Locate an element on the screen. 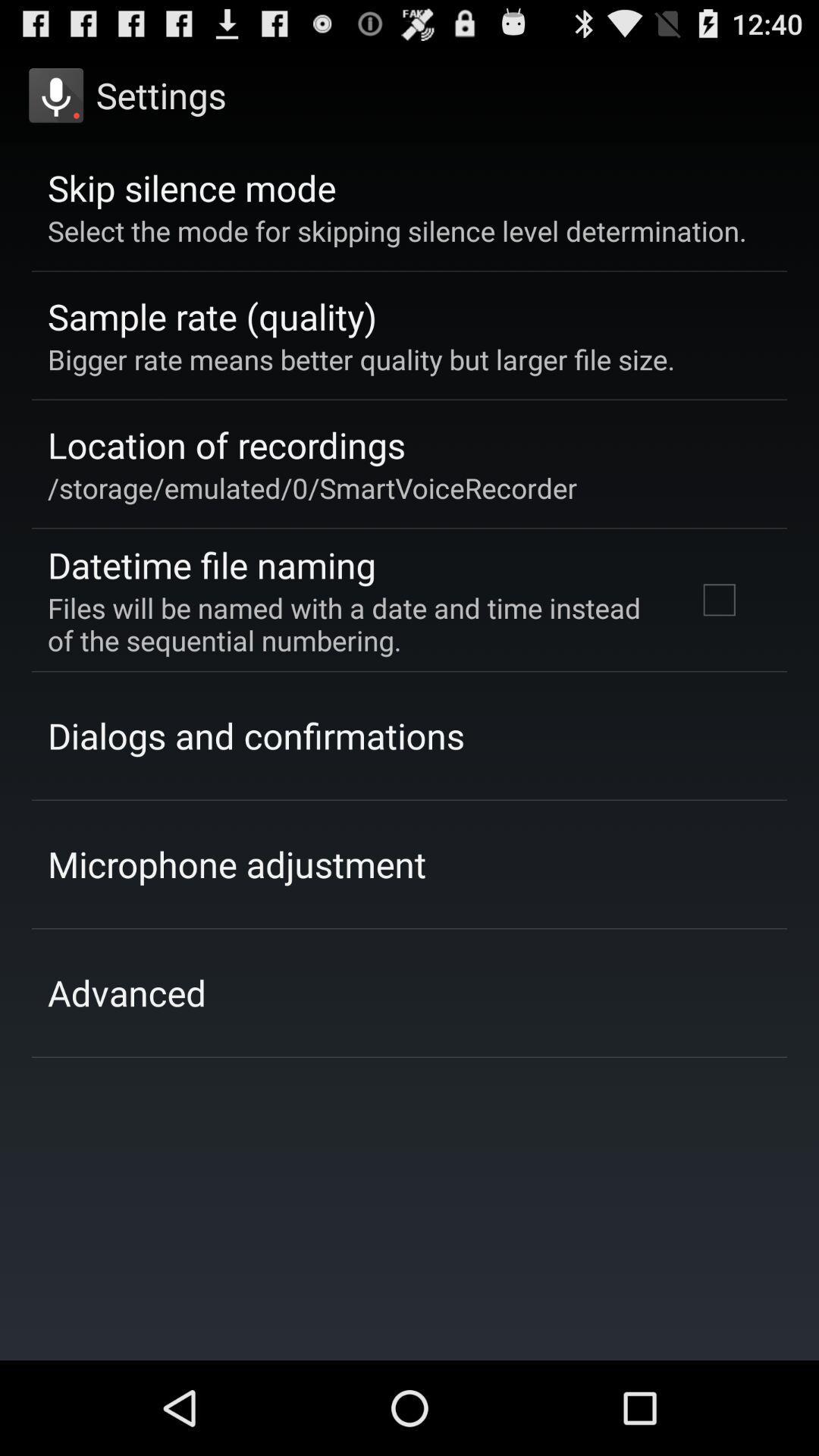  the item below location of recordings item is located at coordinates (312, 488).